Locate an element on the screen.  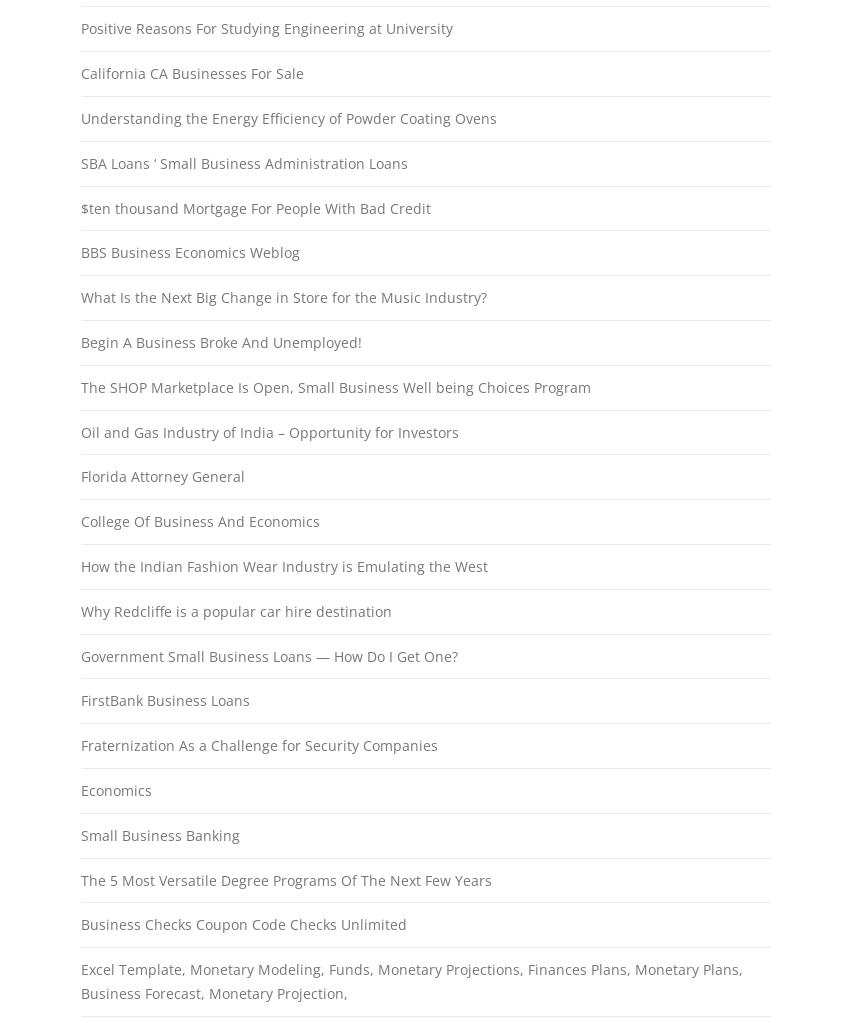
'Begin A Business Broke And Unemployed!' is located at coordinates (220, 341).